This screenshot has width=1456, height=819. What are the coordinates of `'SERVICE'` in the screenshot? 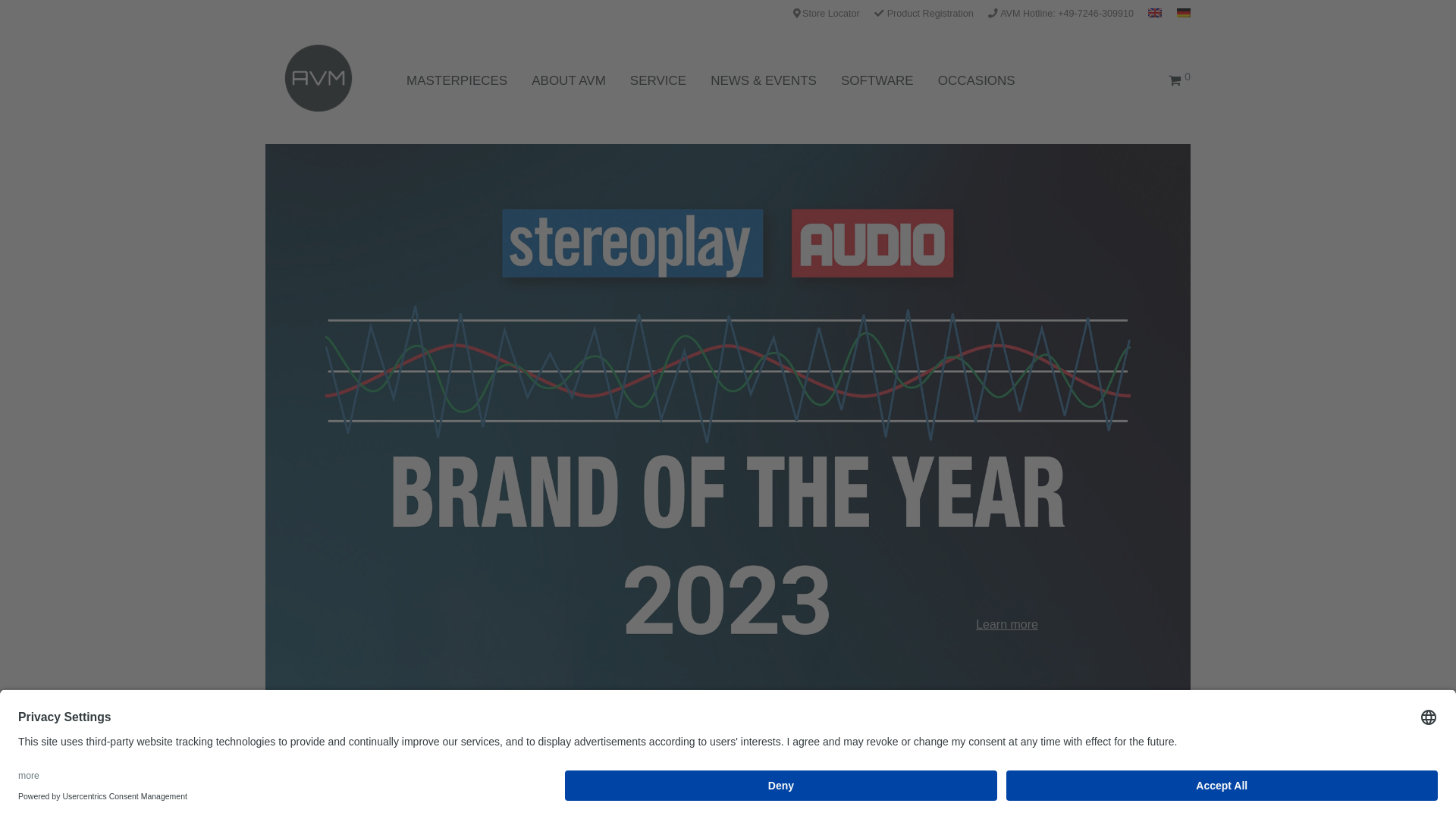 It's located at (658, 80).